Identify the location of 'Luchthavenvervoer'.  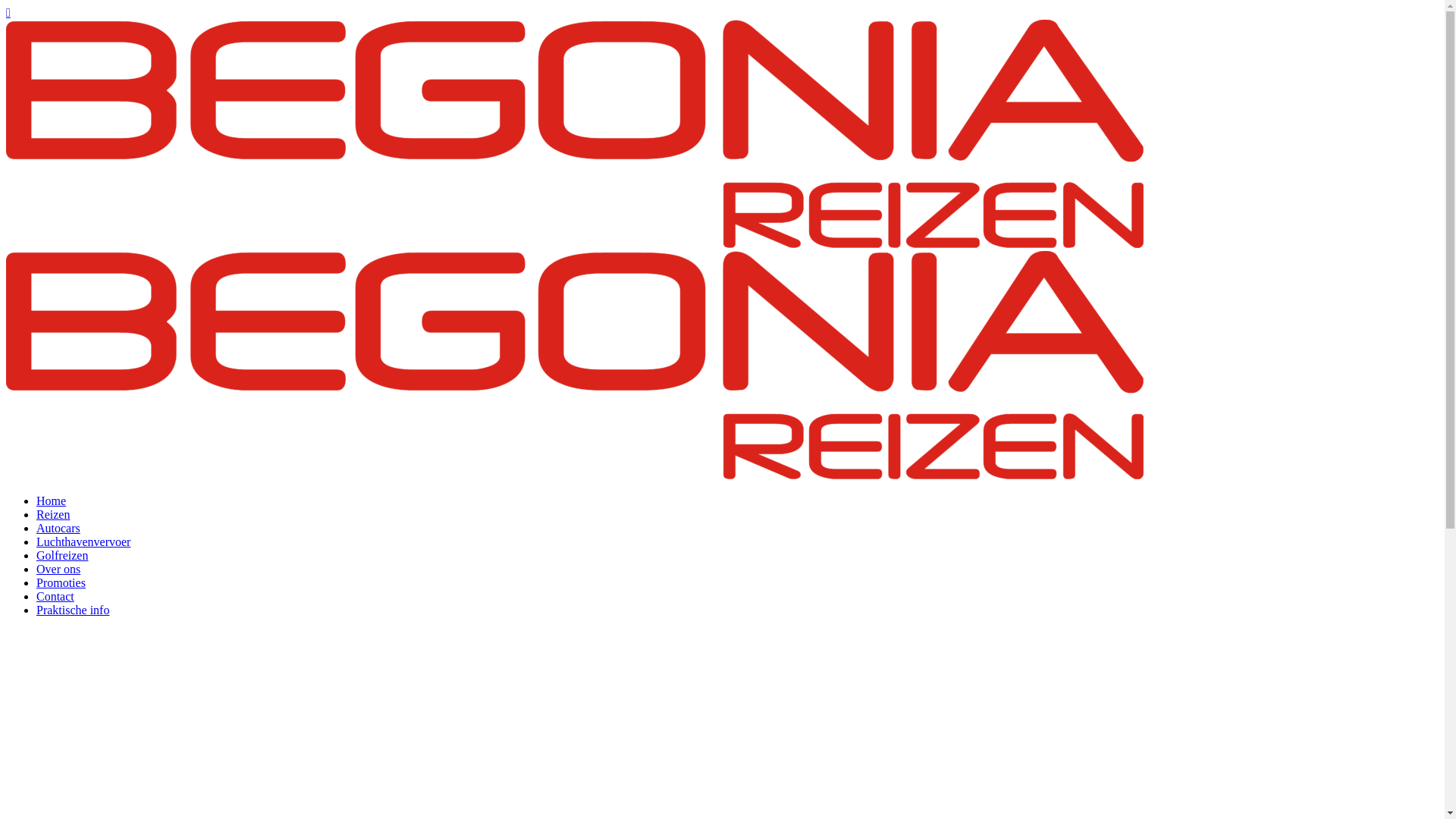
(83, 541).